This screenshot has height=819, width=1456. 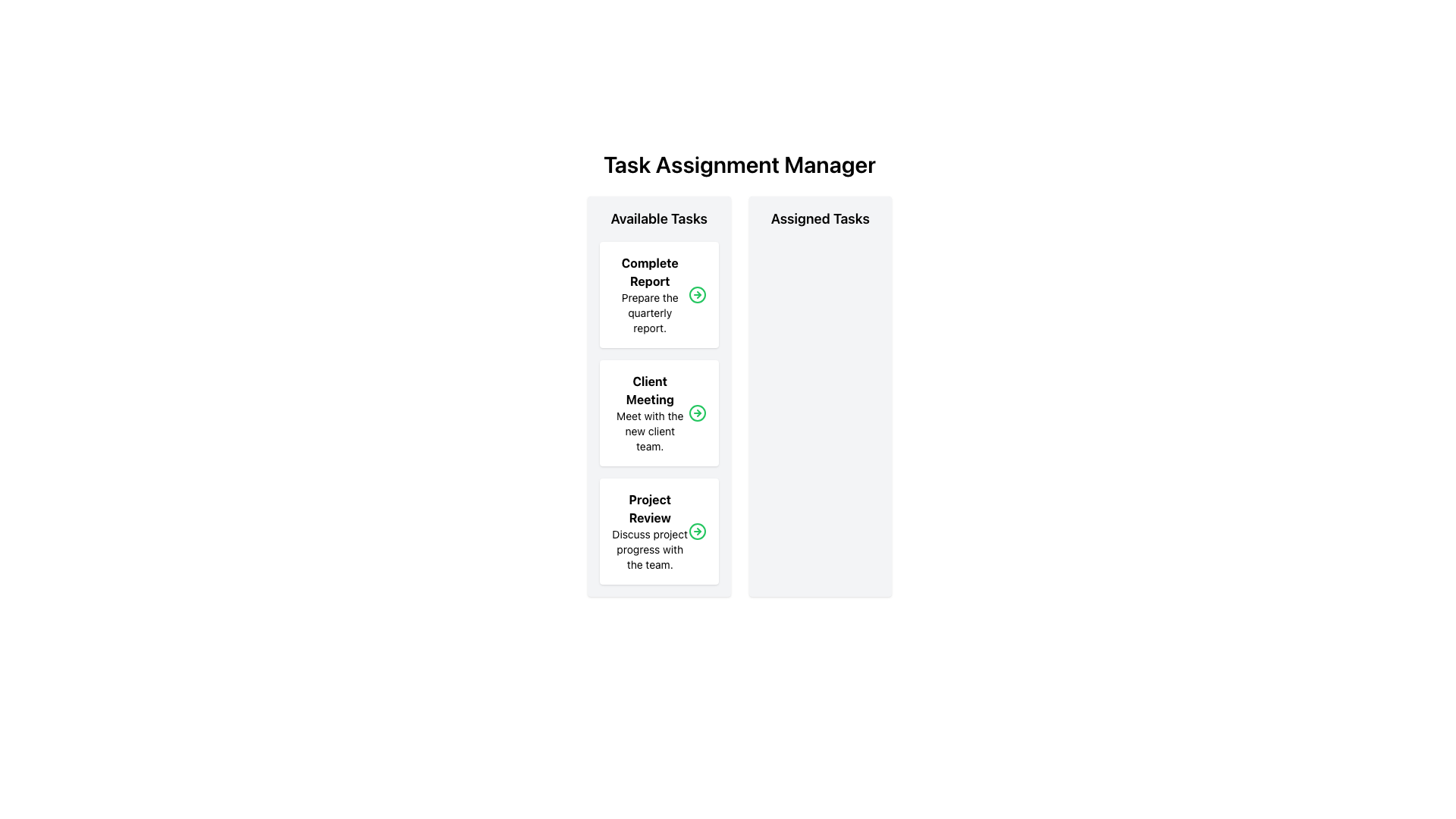 What do you see at coordinates (650, 509) in the screenshot?
I see `text label that serves as the title for the task item in the 'Available Tasks' column, specifically the third task card titled 'Project Review Discuss project progress with the team.'` at bounding box center [650, 509].